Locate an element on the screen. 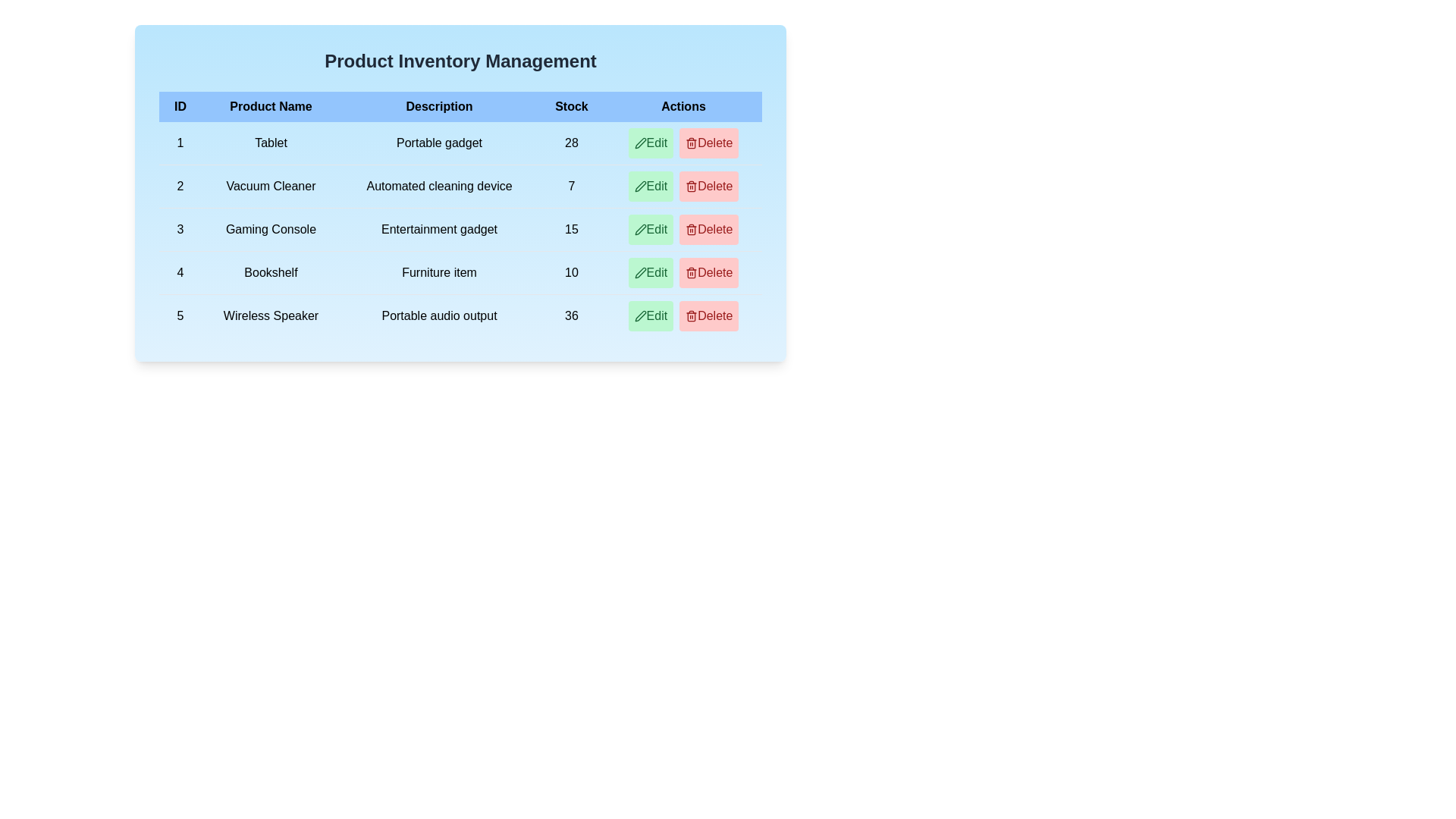 The width and height of the screenshot is (1456, 819). the 'Delete' button in the button group located in the 'Actions' column of the fourth row of the table, adjacent to the 'Furniture item' cell is located at coordinates (682, 271).